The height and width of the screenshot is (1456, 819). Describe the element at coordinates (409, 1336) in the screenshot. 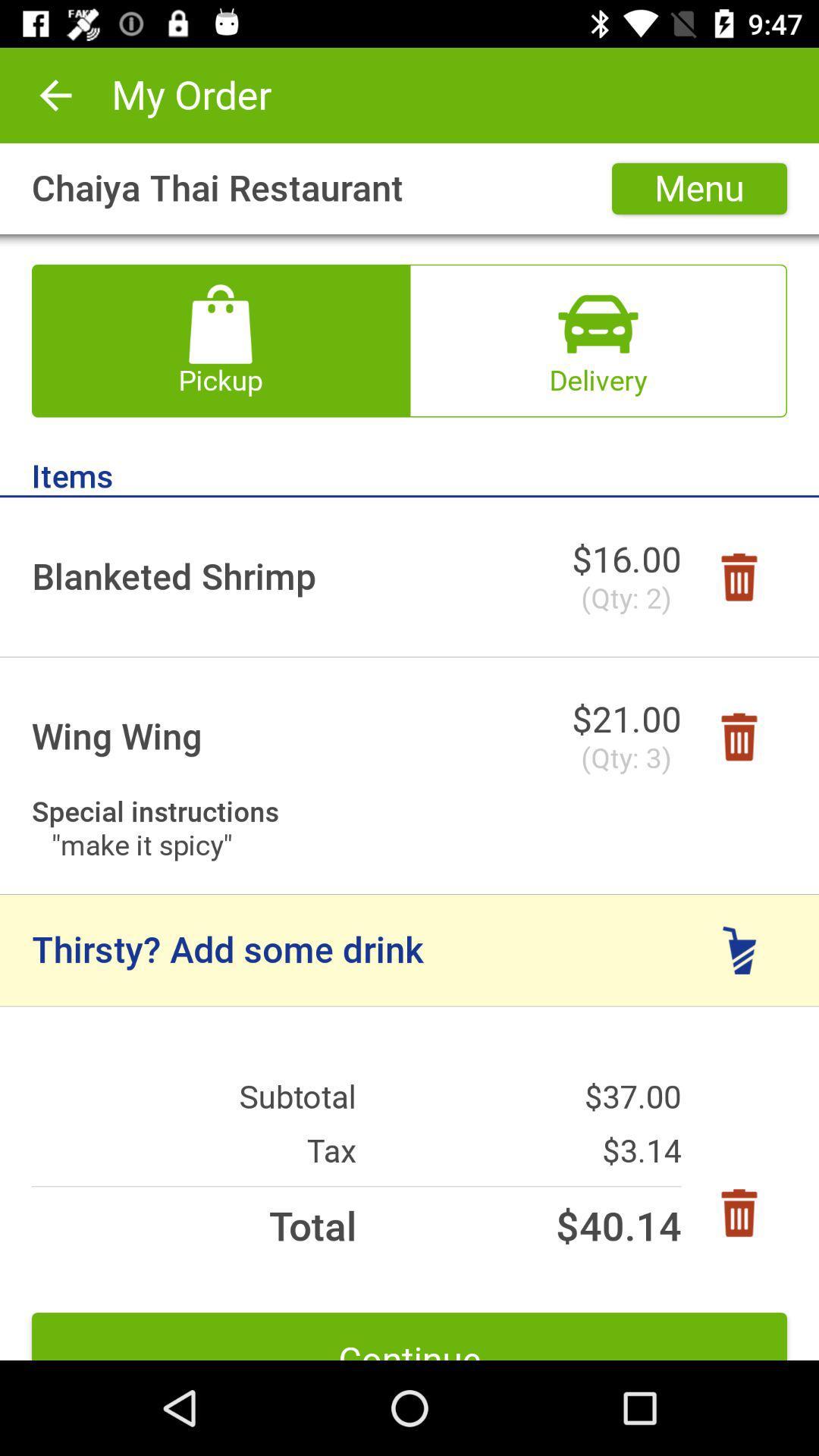

I see `icon below total icon` at that location.